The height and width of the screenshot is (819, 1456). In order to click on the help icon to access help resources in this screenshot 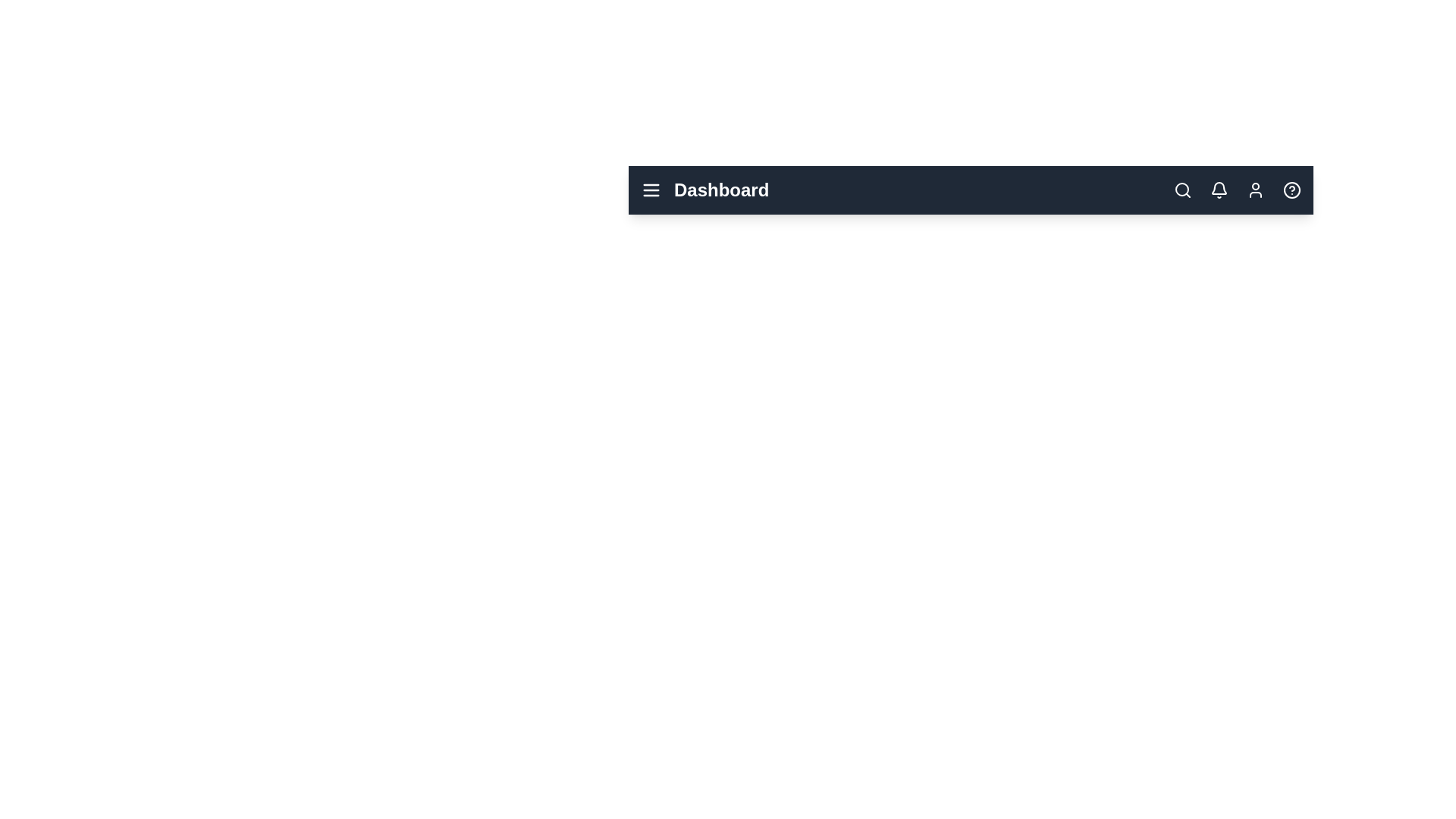, I will do `click(1291, 189)`.